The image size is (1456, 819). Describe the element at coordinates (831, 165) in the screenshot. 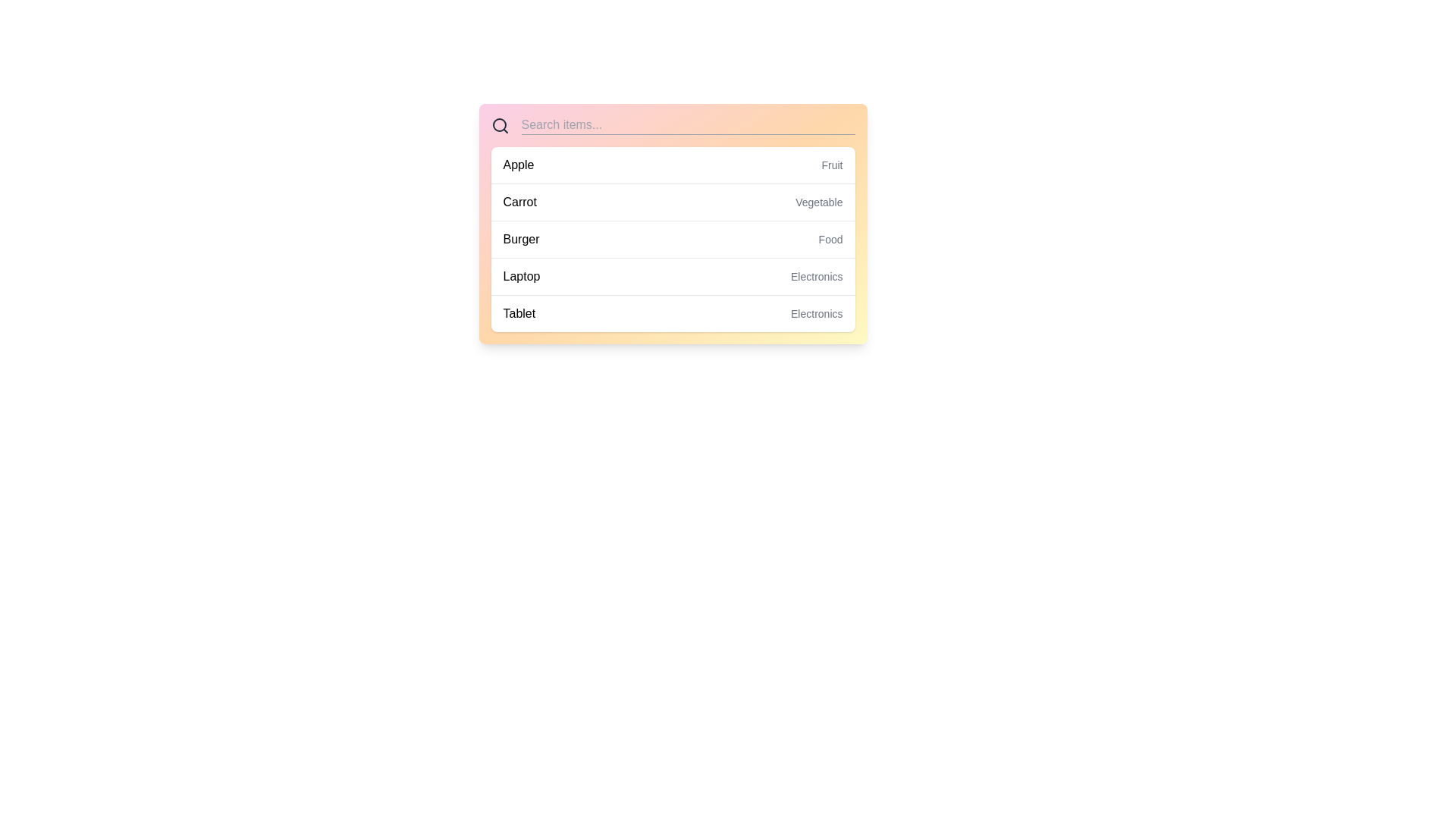

I see `the small text label 'Fruit' which is styled in light gray and positioned adjacent to the larger text 'Apple' near the top-right corner of the list item` at that location.